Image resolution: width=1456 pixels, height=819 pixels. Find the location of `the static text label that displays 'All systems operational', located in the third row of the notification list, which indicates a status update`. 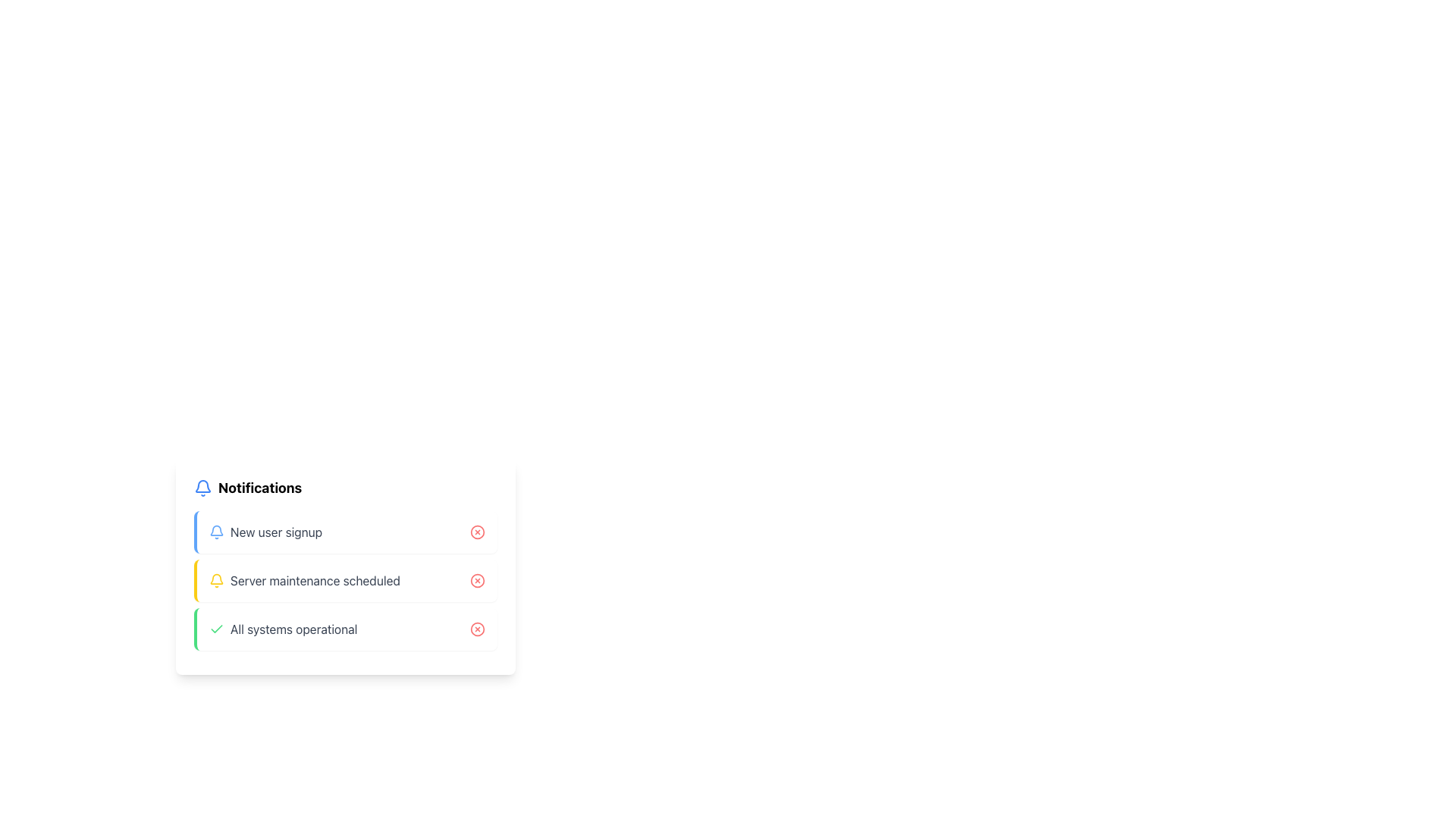

the static text label that displays 'All systems operational', located in the third row of the notification list, which indicates a status update is located at coordinates (293, 629).